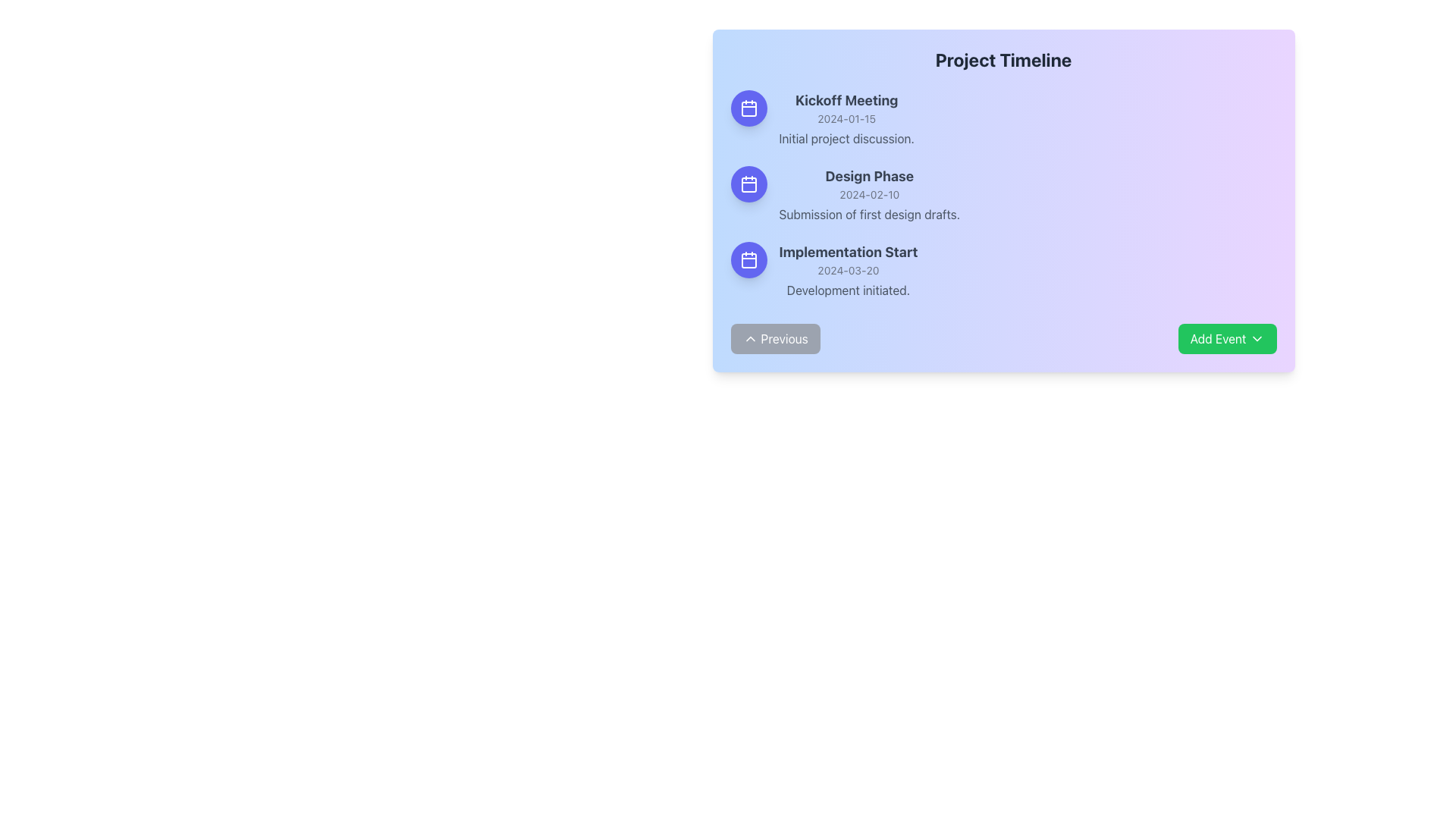 The image size is (1456, 819). I want to click on the Timeline item element titled 'Design Phase', so click(1003, 194).